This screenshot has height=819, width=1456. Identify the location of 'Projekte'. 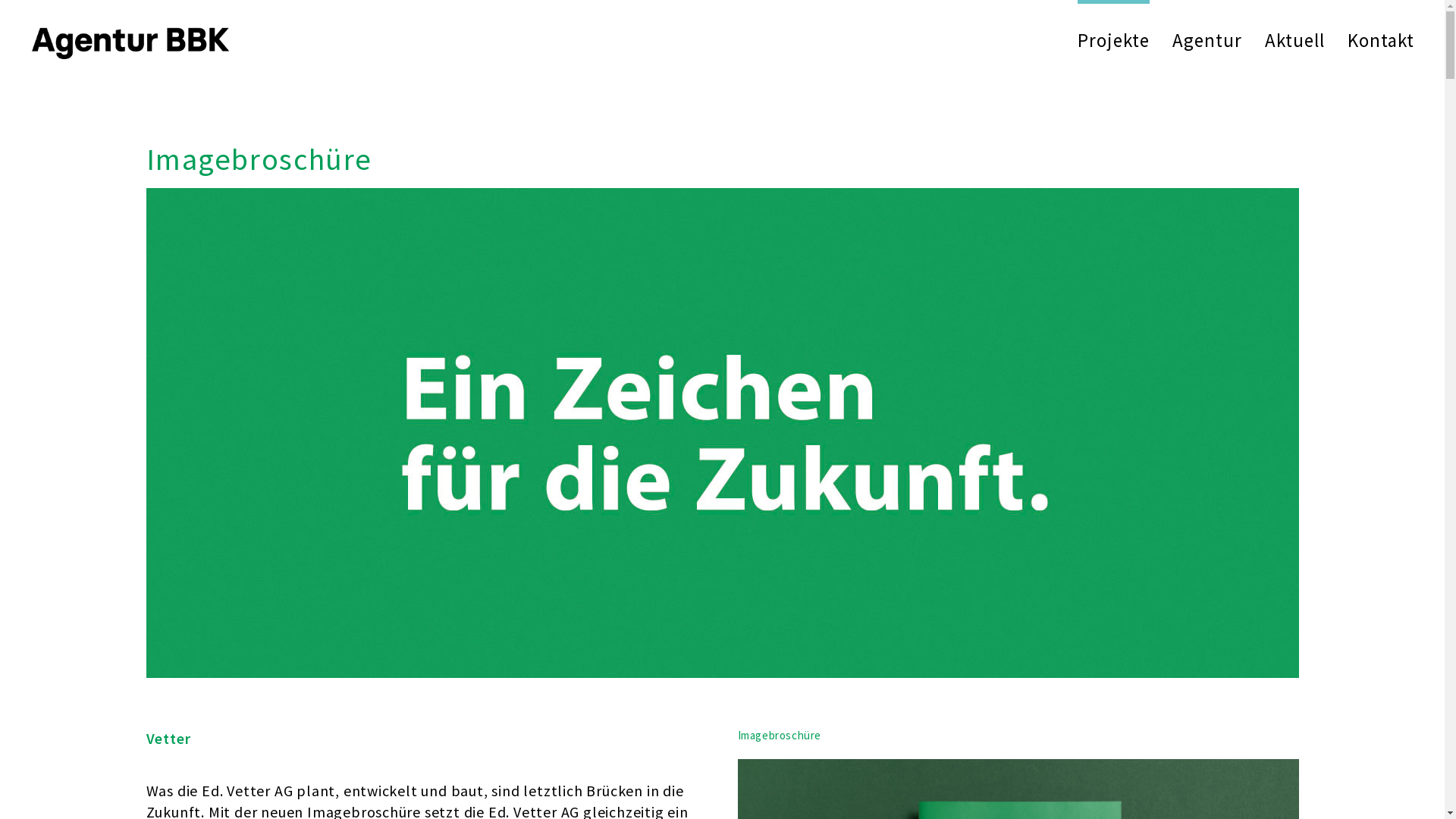
(1113, 39).